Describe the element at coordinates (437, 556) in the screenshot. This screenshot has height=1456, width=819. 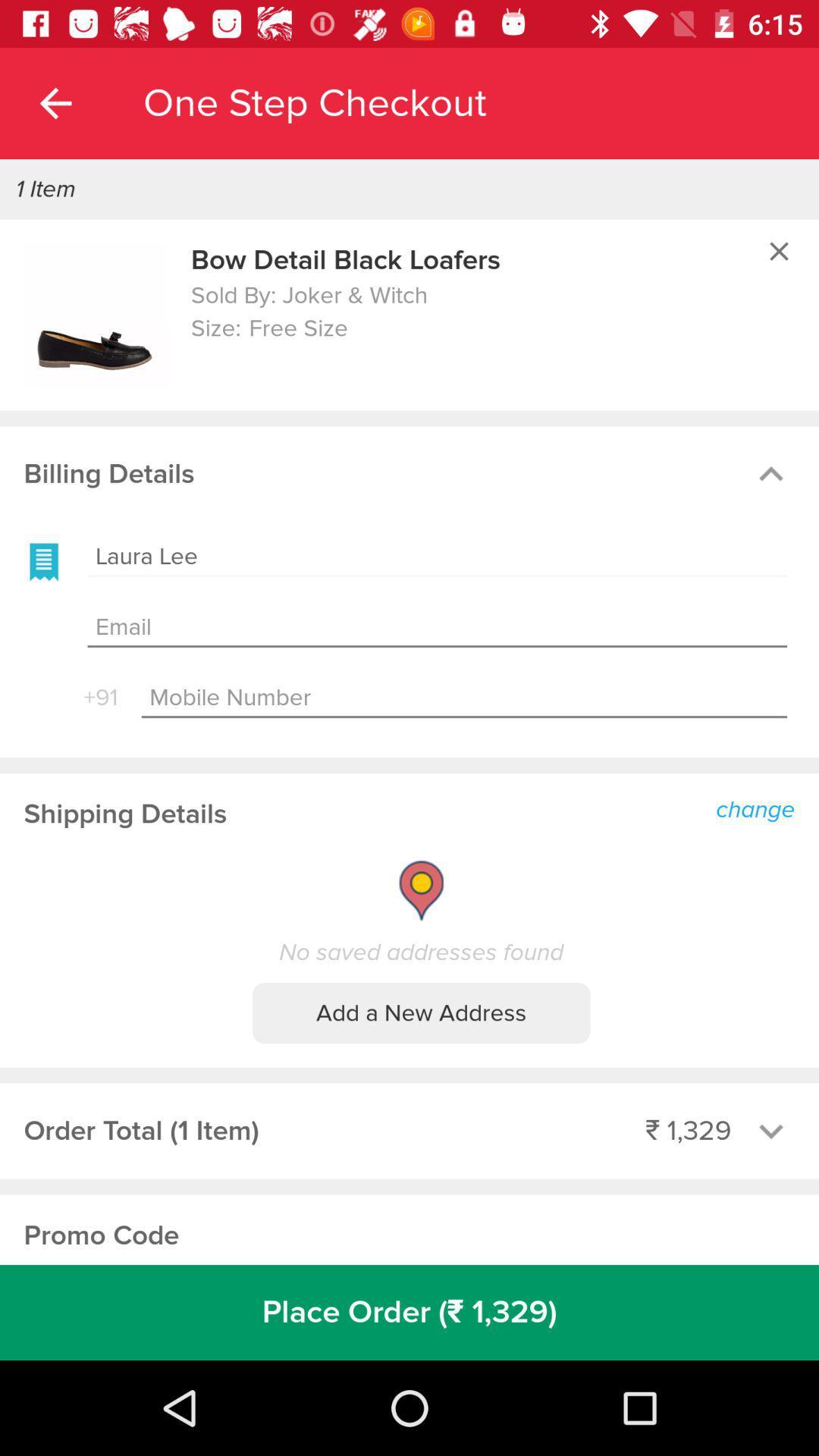
I see `the laura lee item` at that location.